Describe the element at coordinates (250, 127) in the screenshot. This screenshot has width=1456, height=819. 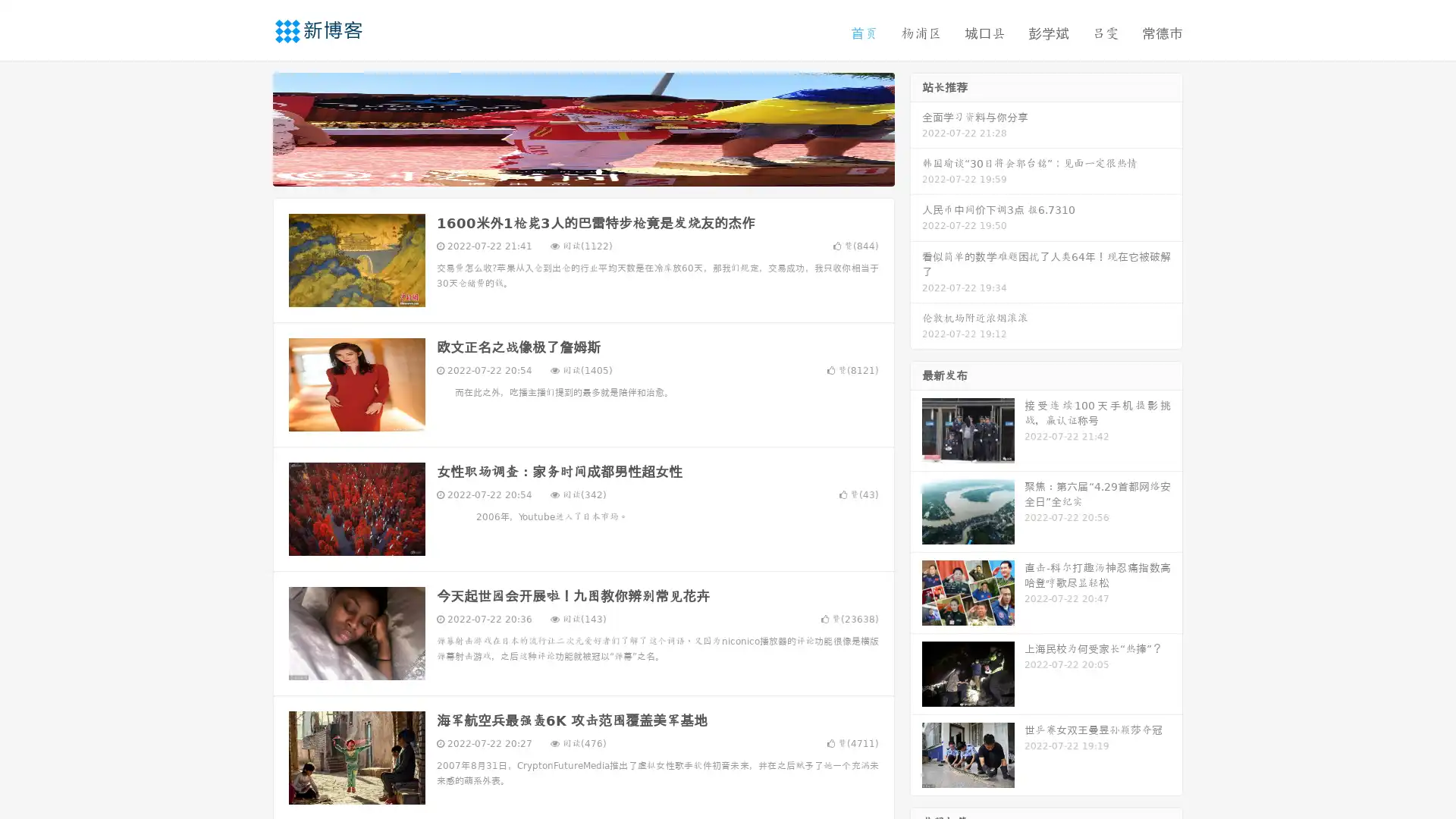
I see `Previous slide` at that location.